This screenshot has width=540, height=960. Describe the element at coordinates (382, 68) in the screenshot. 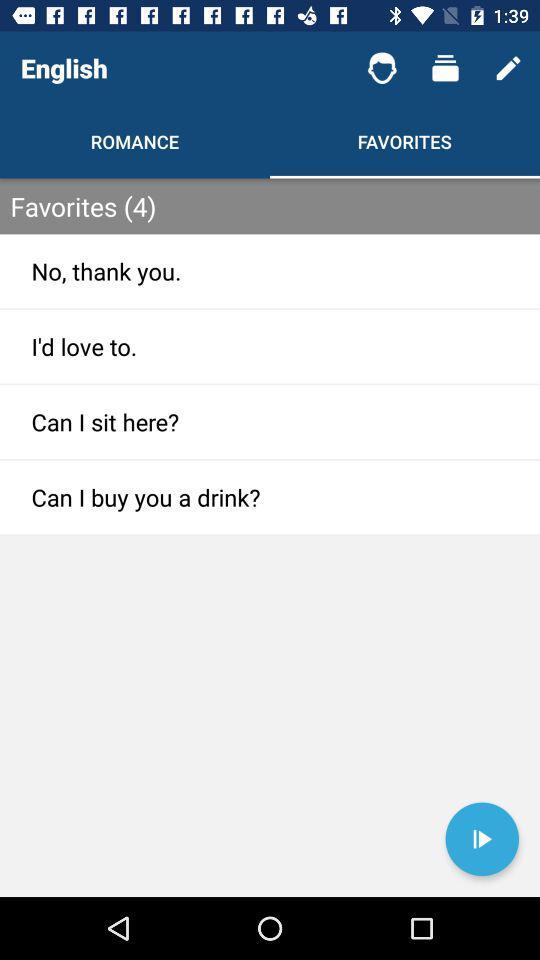

I see `the item above the favorites` at that location.